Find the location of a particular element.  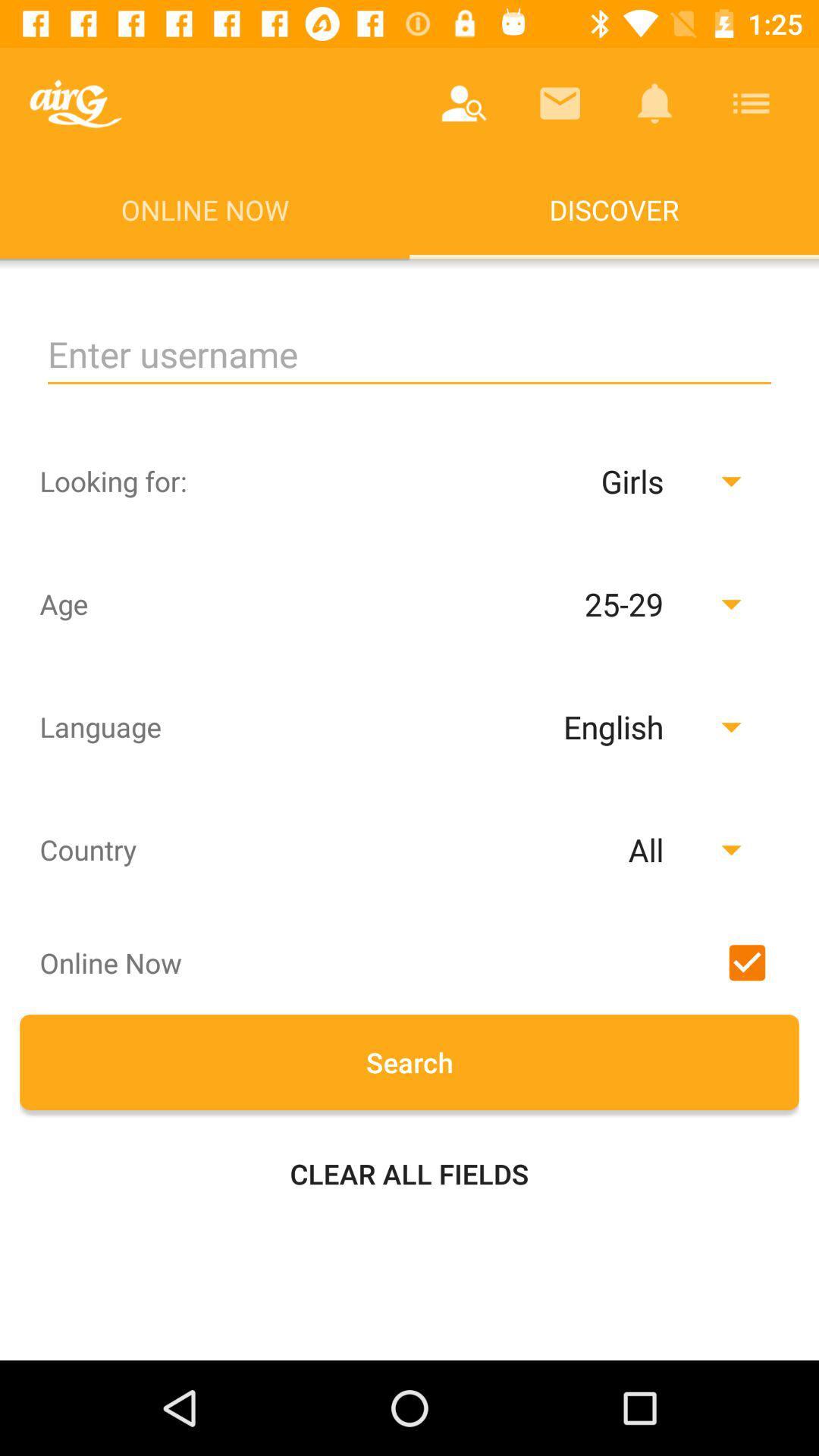

input username is located at coordinates (409, 353).